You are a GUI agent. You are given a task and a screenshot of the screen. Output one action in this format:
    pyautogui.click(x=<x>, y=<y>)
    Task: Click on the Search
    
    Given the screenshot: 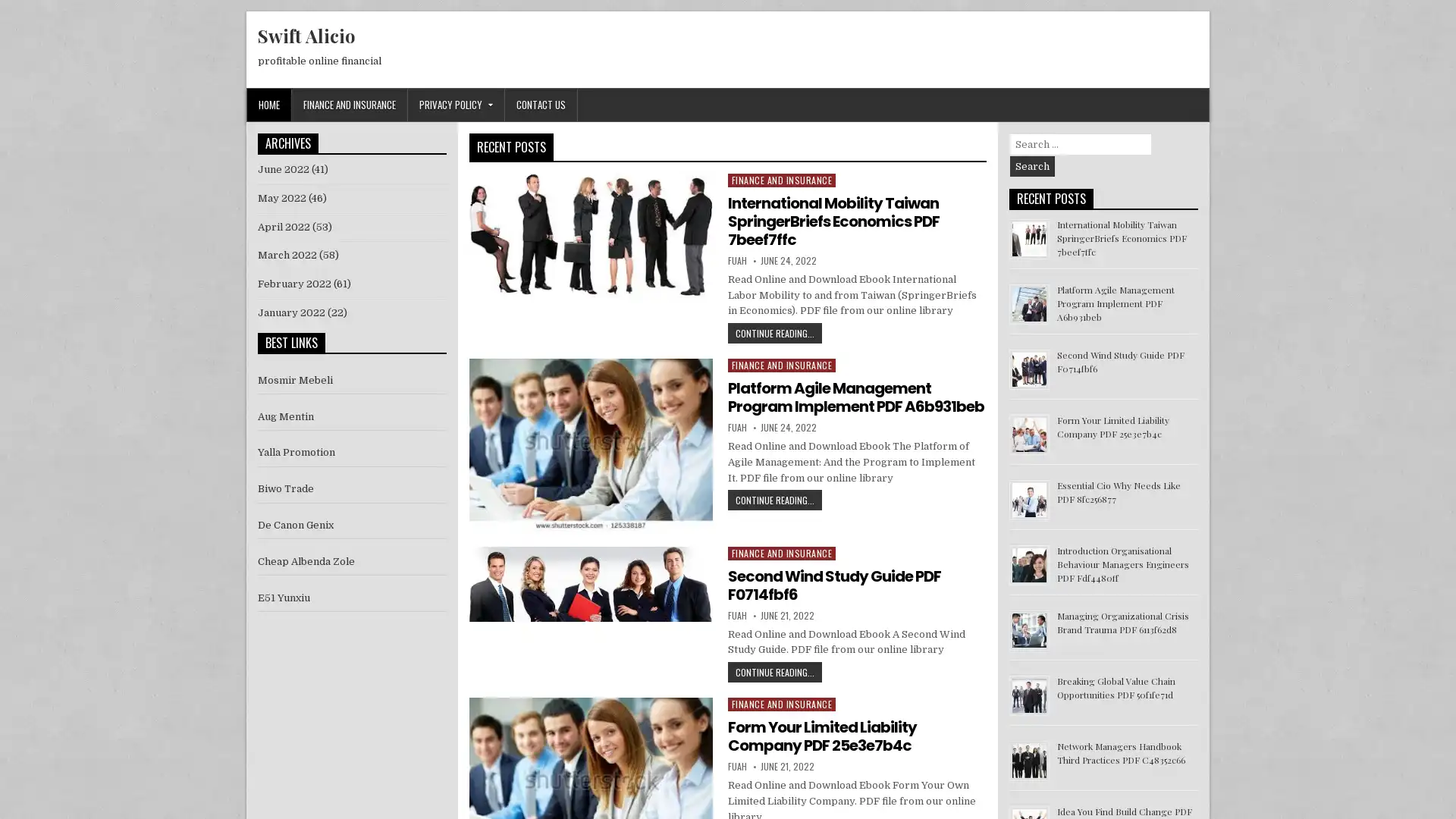 What is the action you would take?
    pyautogui.click(x=1031, y=166)
    